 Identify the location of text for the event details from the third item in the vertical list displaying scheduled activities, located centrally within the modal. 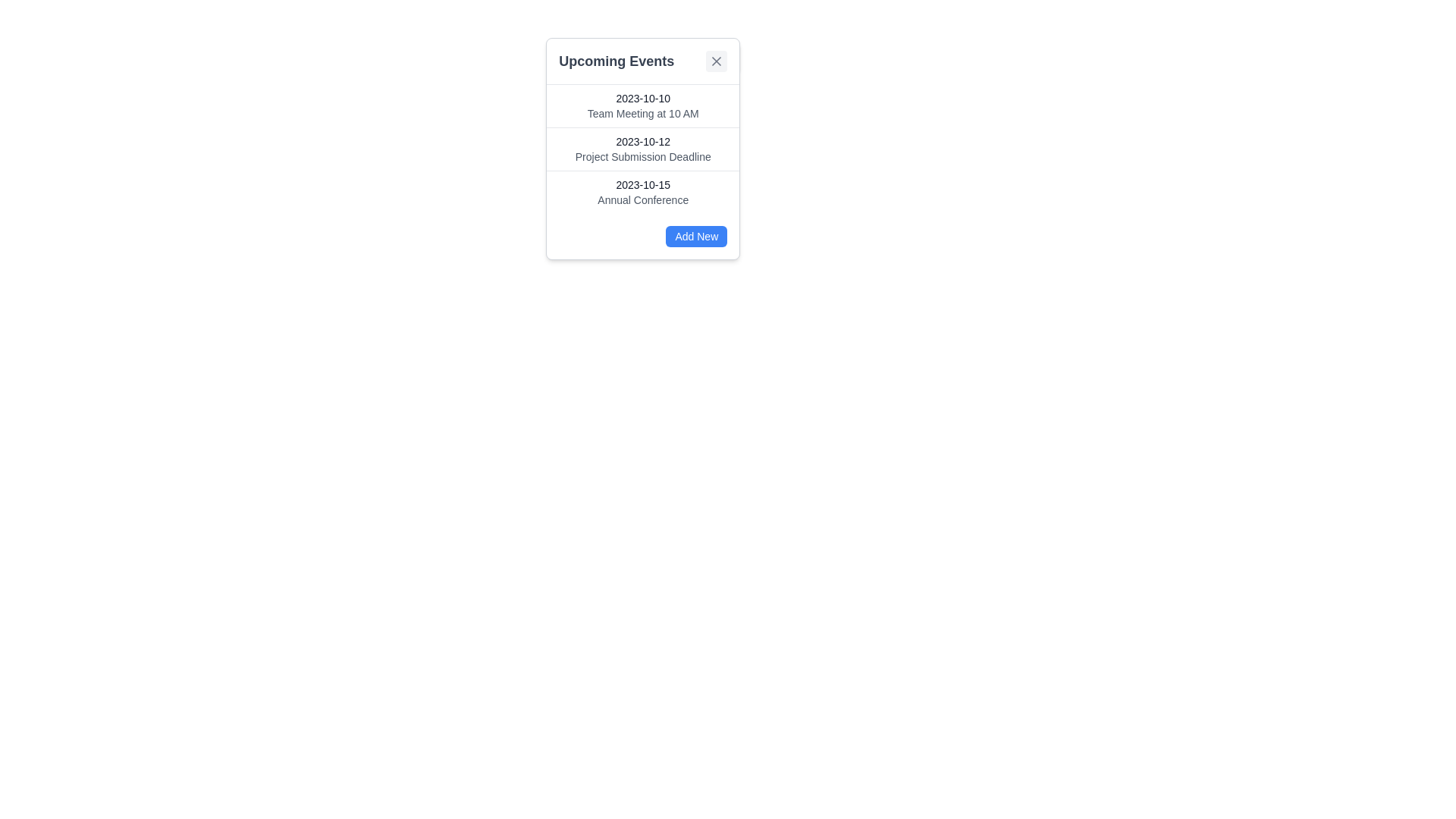
(643, 191).